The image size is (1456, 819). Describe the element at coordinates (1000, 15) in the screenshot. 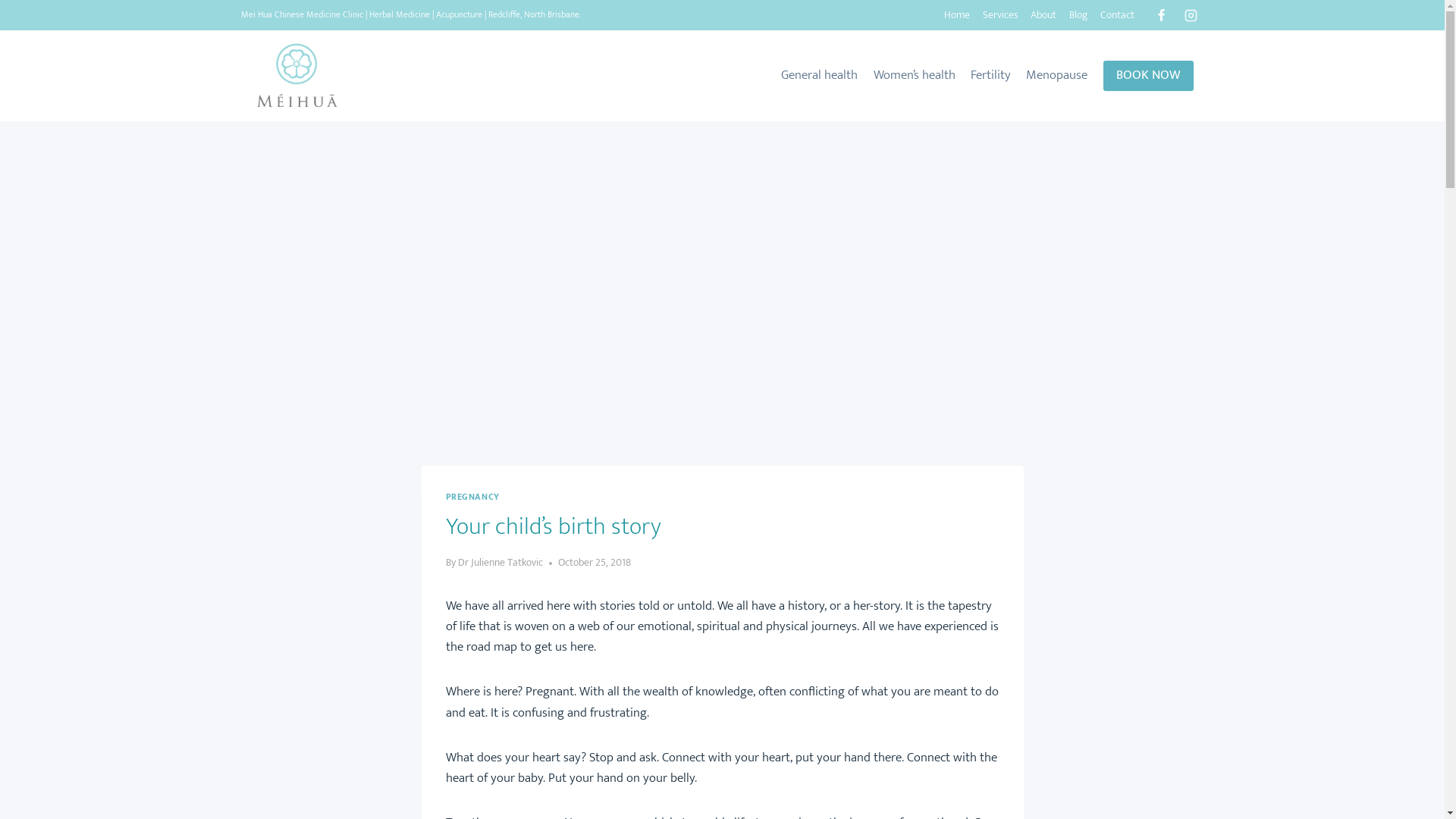

I see `'Services'` at that location.